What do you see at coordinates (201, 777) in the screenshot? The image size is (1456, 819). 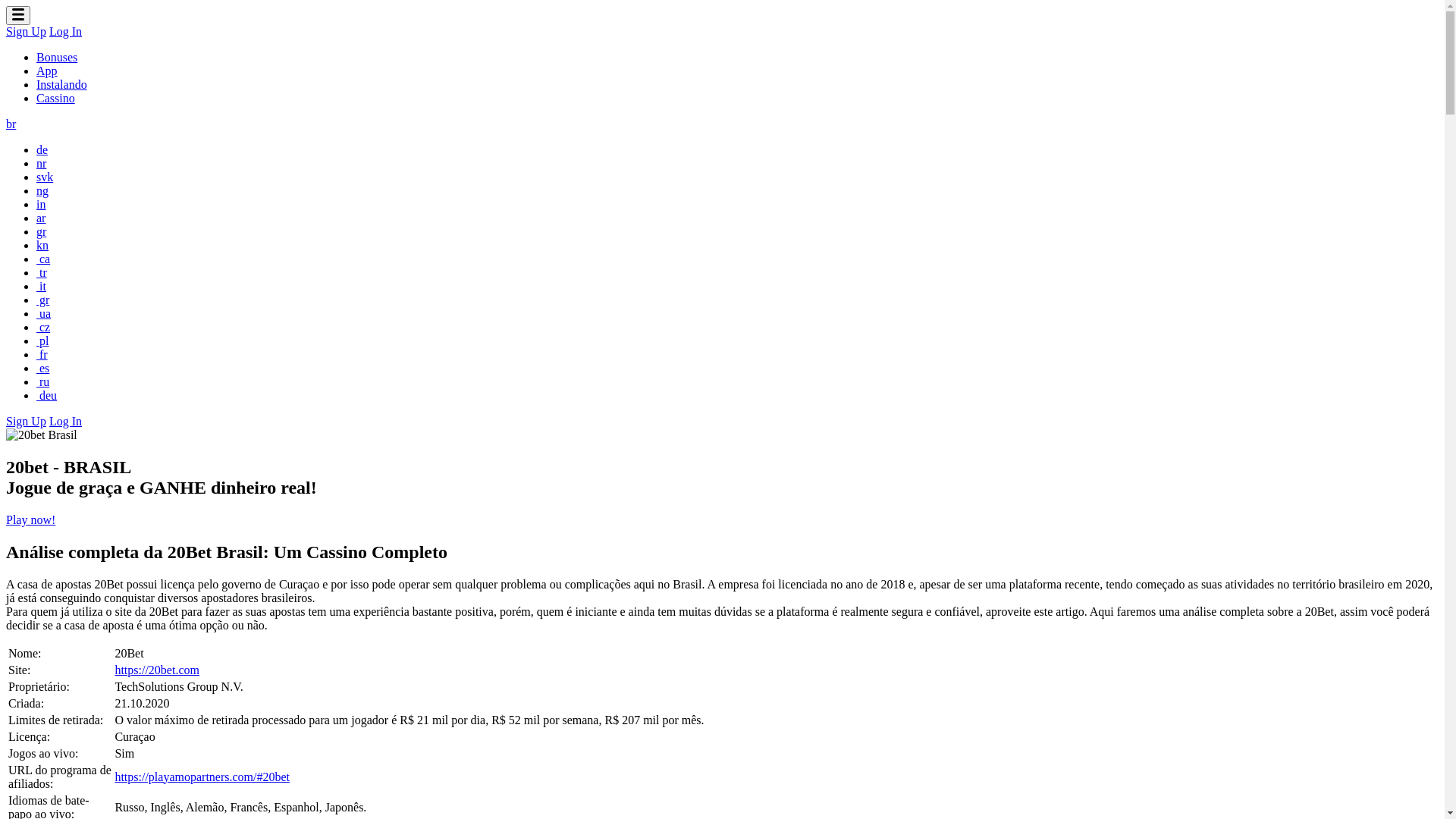 I see `'https://playamopartners.com/#20bet'` at bounding box center [201, 777].